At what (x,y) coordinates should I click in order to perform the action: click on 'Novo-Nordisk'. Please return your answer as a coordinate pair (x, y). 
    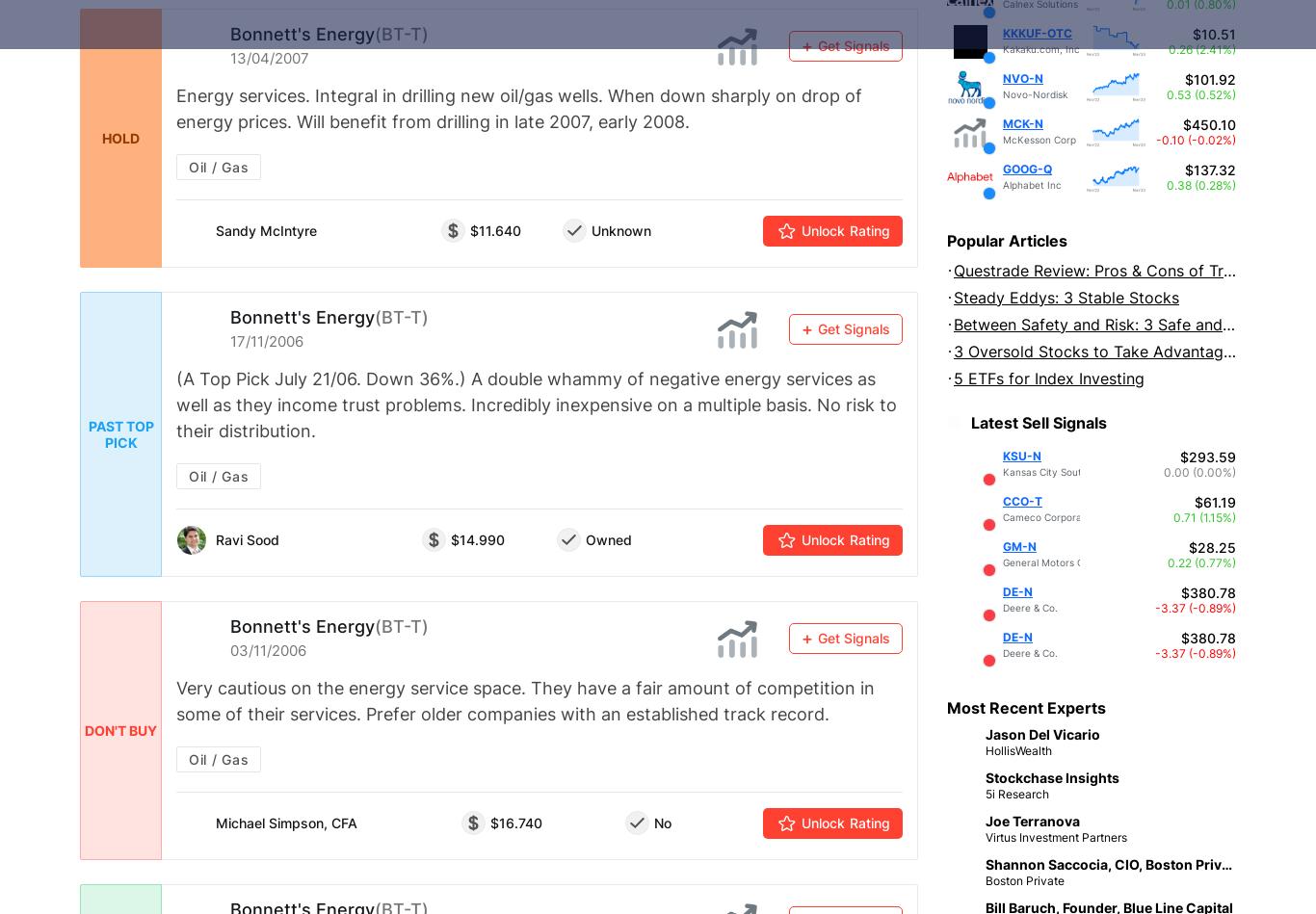
    Looking at the image, I should click on (1002, 94).